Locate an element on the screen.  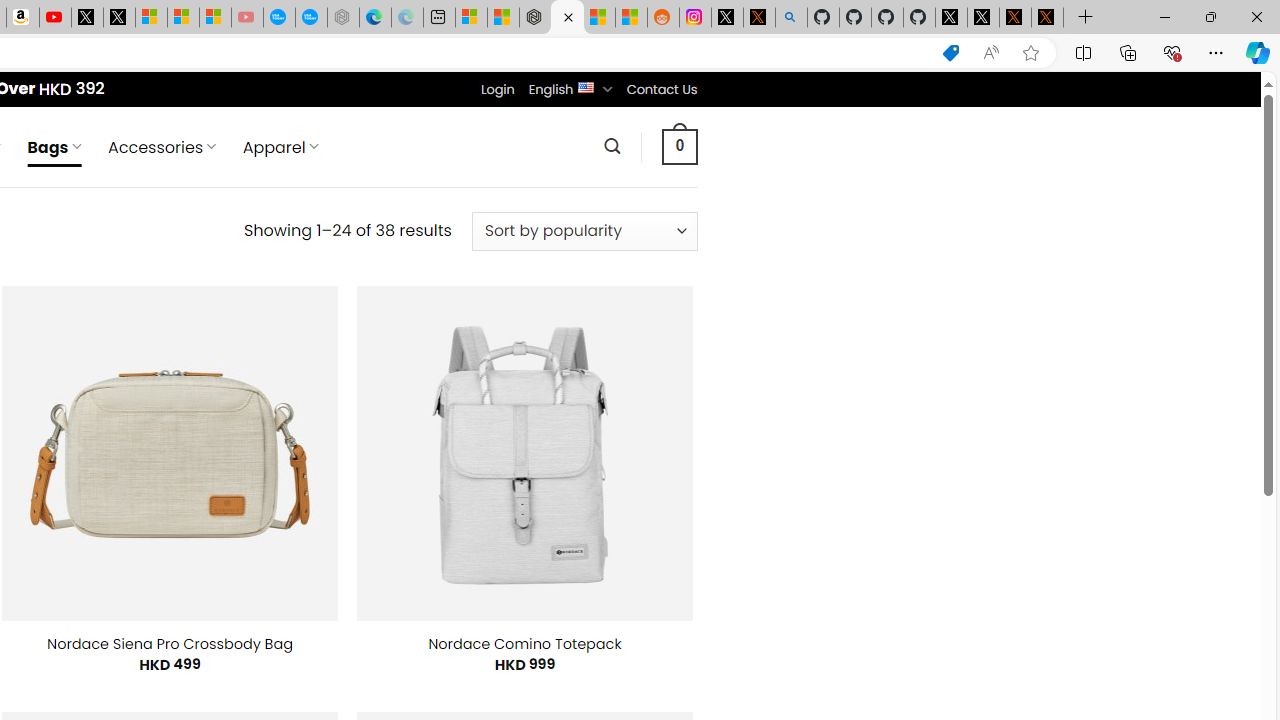
'Nordace - Bags' is located at coordinates (566, 17).